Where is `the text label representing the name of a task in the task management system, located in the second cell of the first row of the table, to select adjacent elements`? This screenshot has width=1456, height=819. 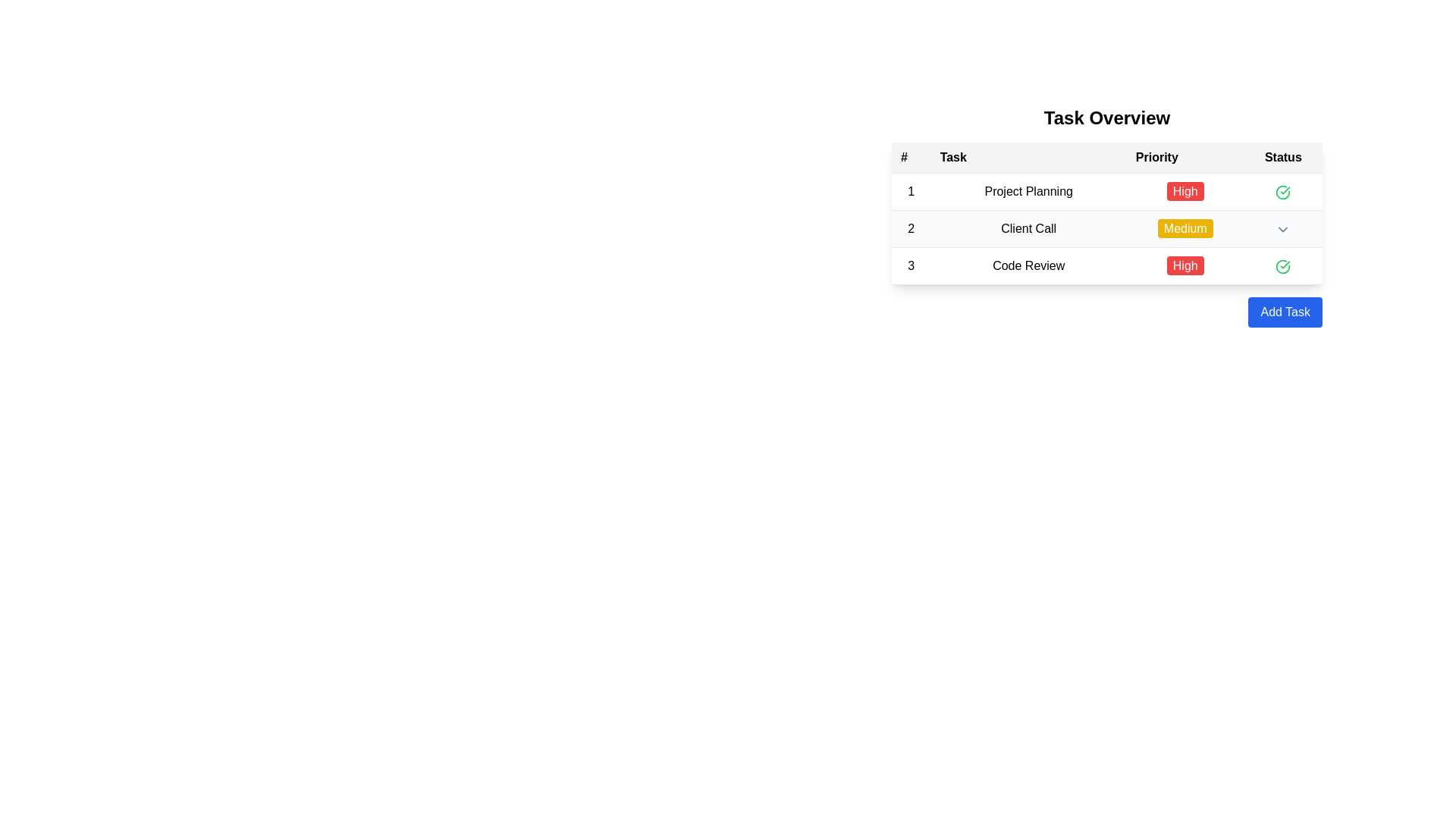 the text label representing the name of a task in the task management system, located in the second cell of the first row of the table, to select adjacent elements is located at coordinates (1028, 191).